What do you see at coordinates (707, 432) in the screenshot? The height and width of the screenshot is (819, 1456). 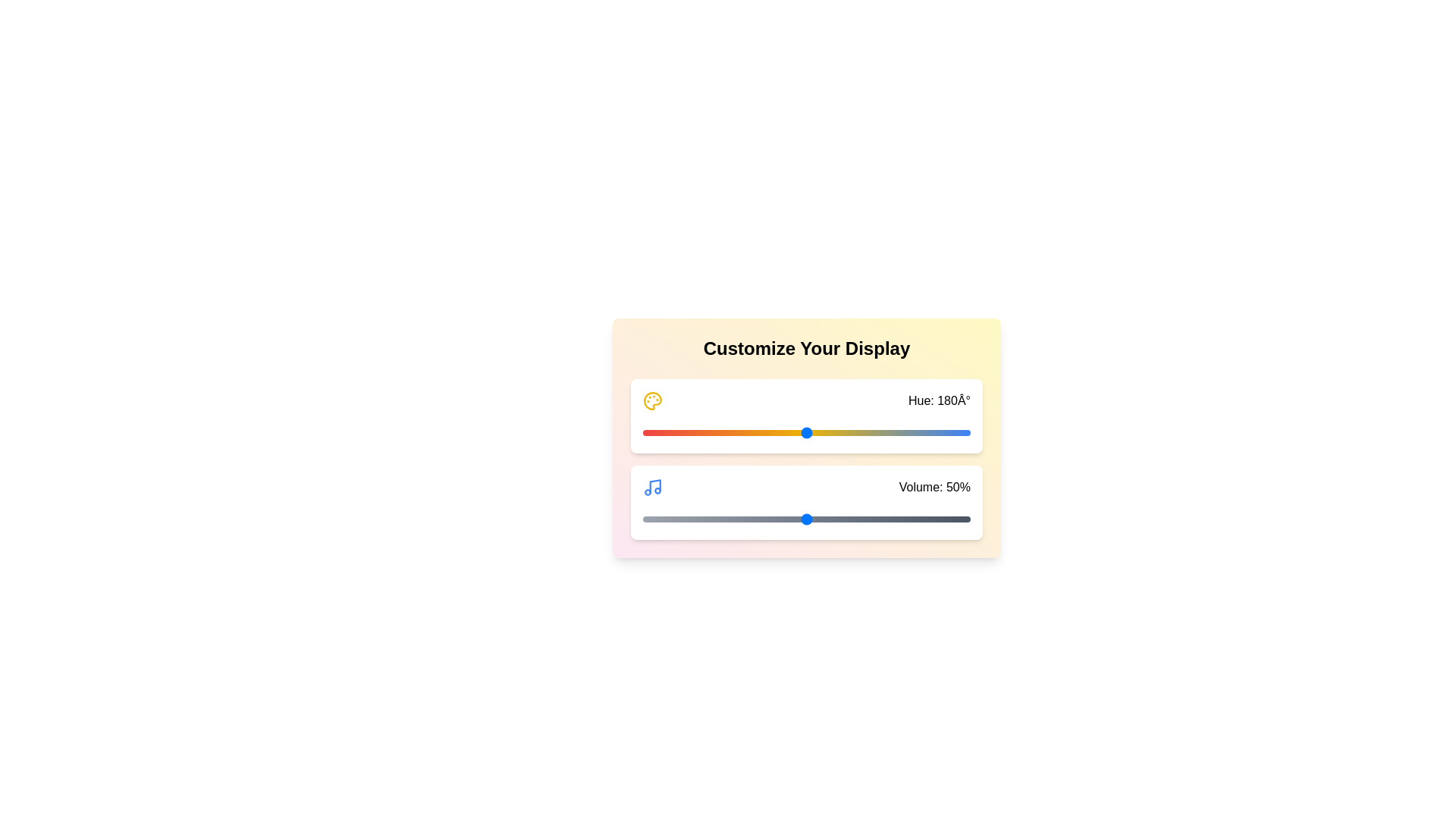 I see `the hue slider to 71 degrees` at bounding box center [707, 432].